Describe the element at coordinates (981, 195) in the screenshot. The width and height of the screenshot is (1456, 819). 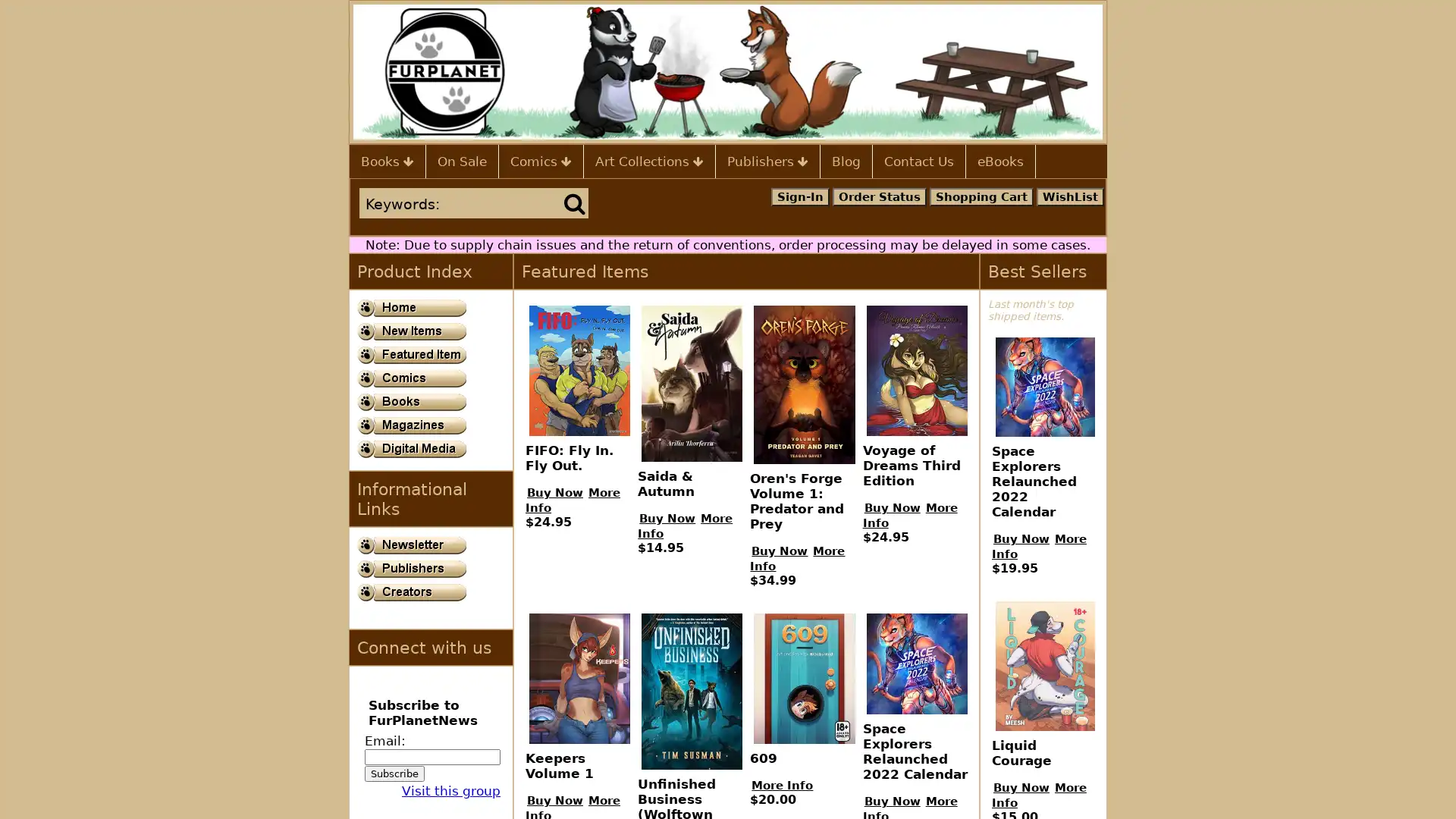
I see `Shopping Cart` at that location.